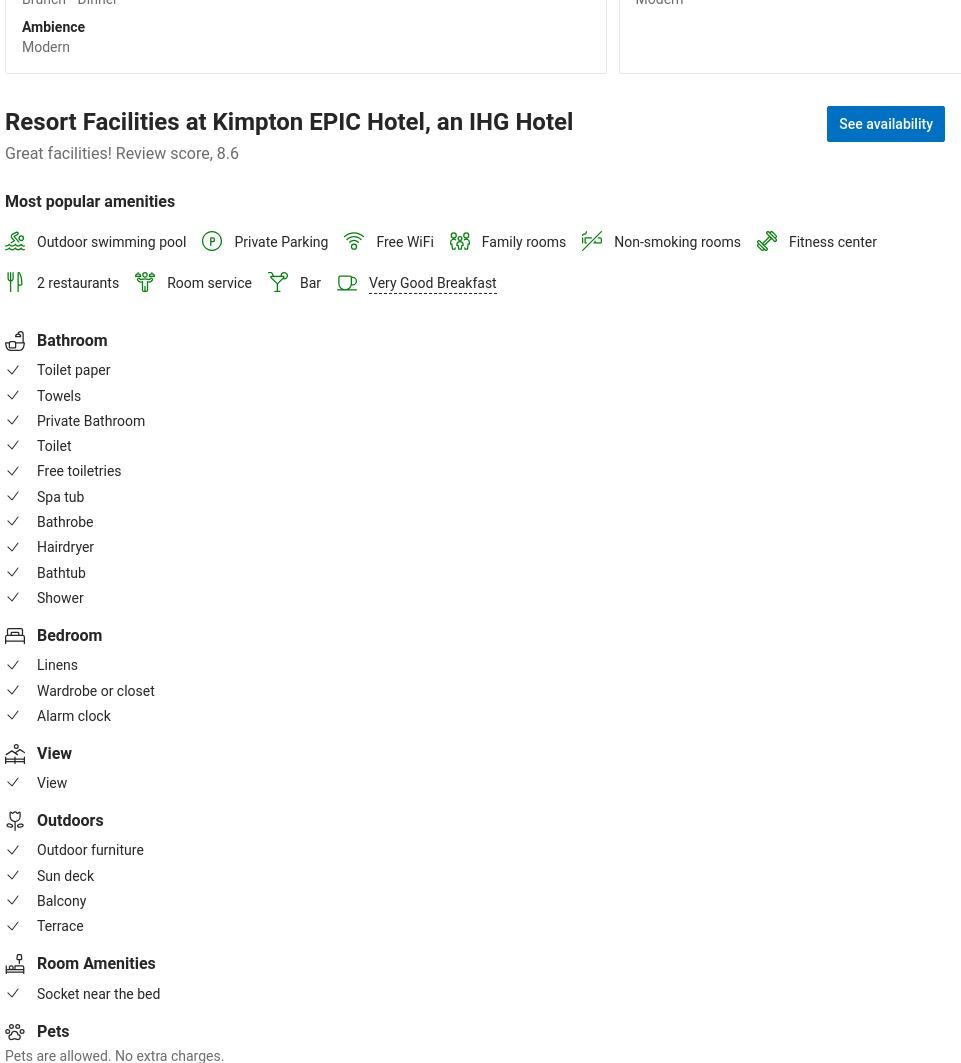 The height and width of the screenshot is (1063, 961). What do you see at coordinates (209, 282) in the screenshot?
I see `'Room service'` at bounding box center [209, 282].